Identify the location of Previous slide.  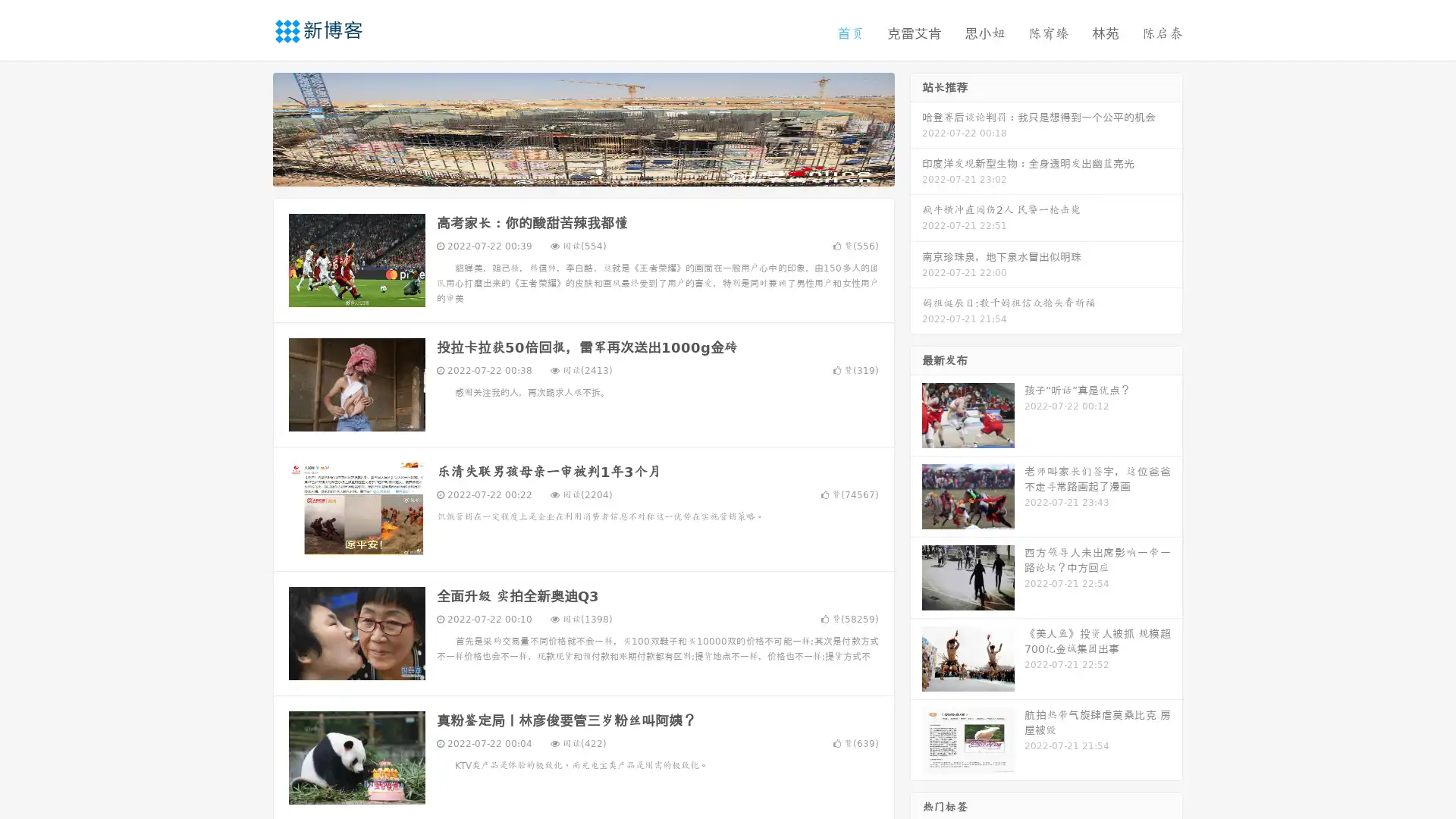
(250, 127).